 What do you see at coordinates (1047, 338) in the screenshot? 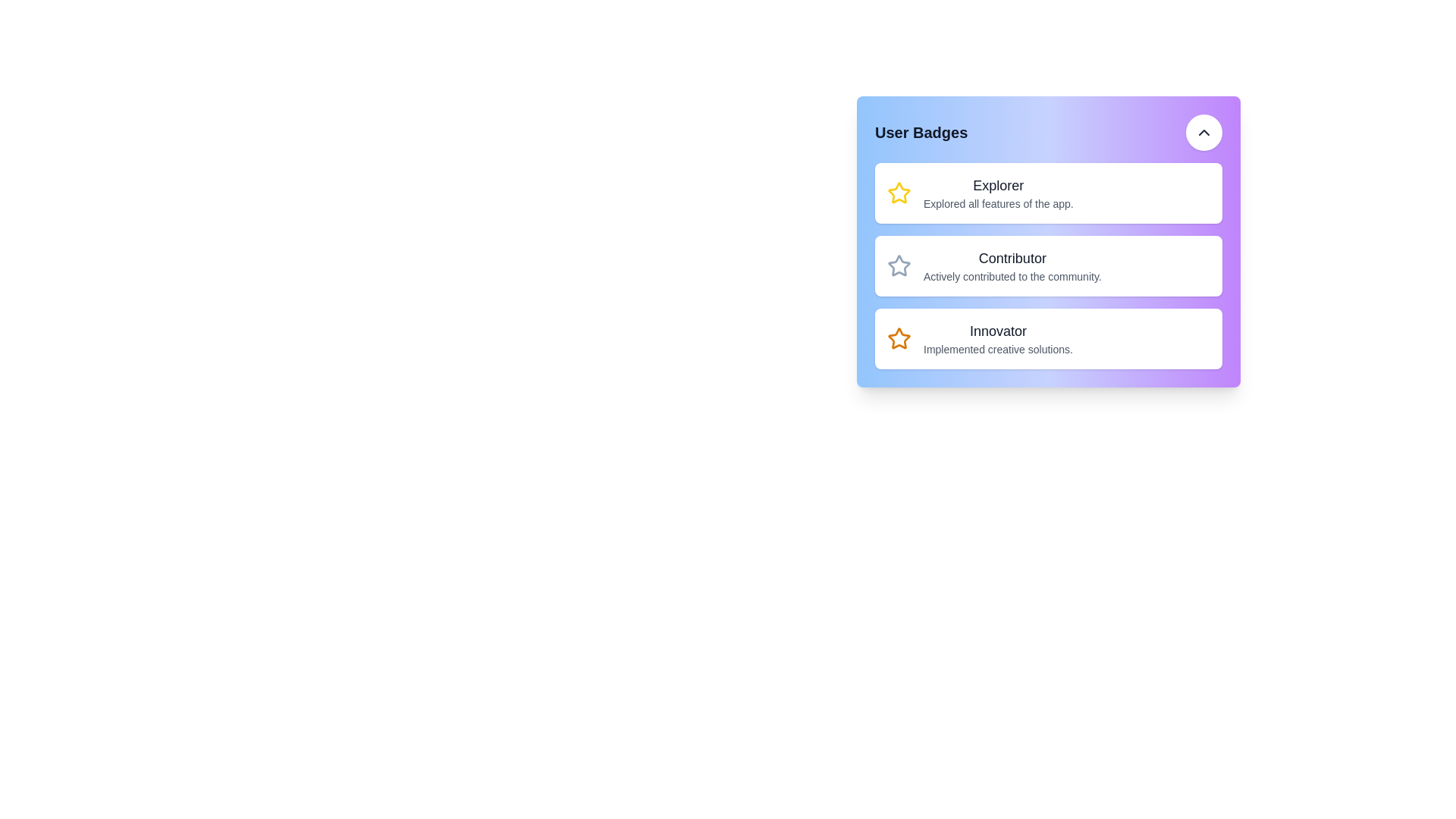
I see `text of the 'Innovator' badge, which features a star icon and describes the achievement 'Implemented creative solutions.'` at bounding box center [1047, 338].